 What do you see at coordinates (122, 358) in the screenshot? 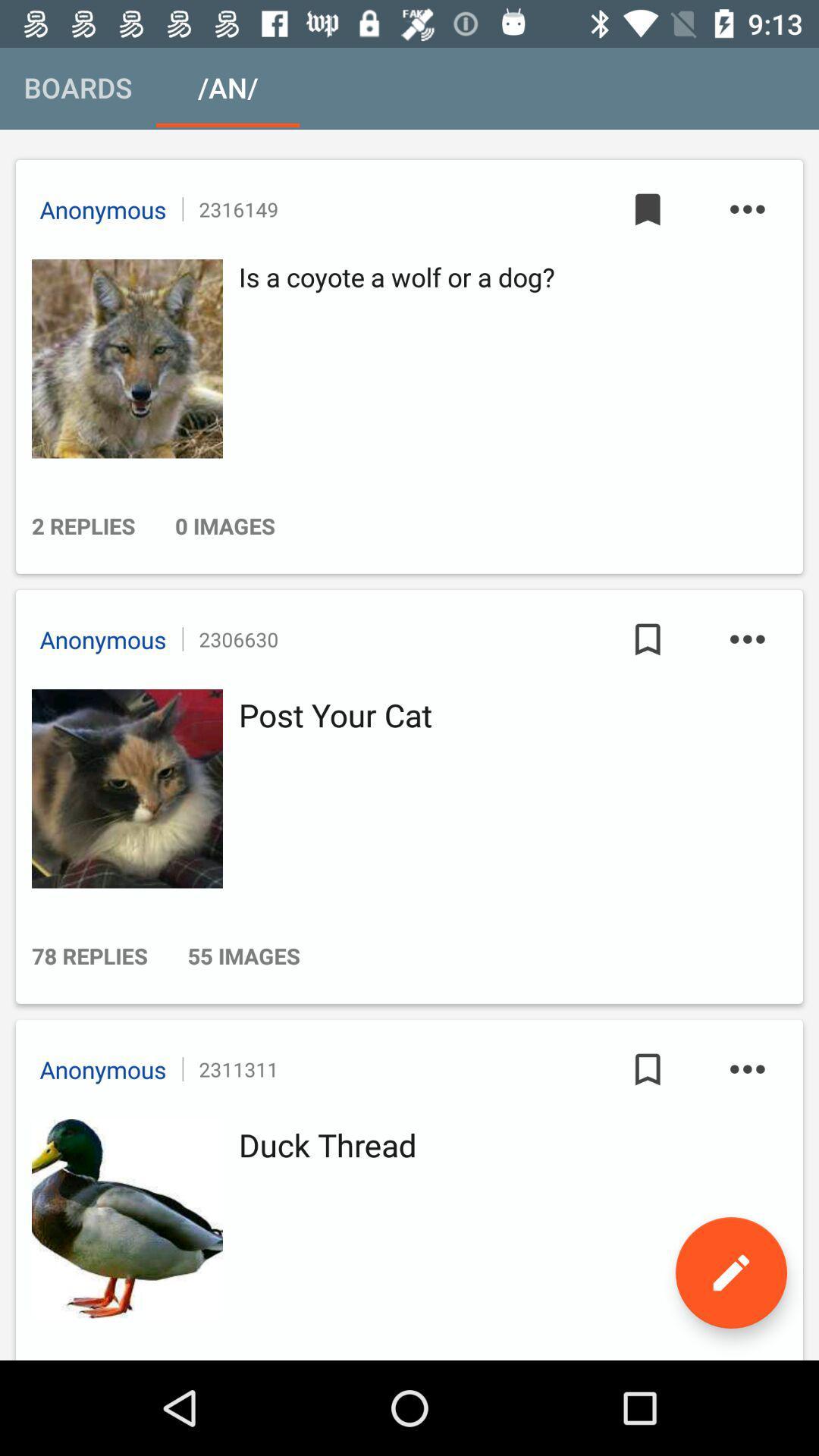
I see `image` at bounding box center [122, 358].